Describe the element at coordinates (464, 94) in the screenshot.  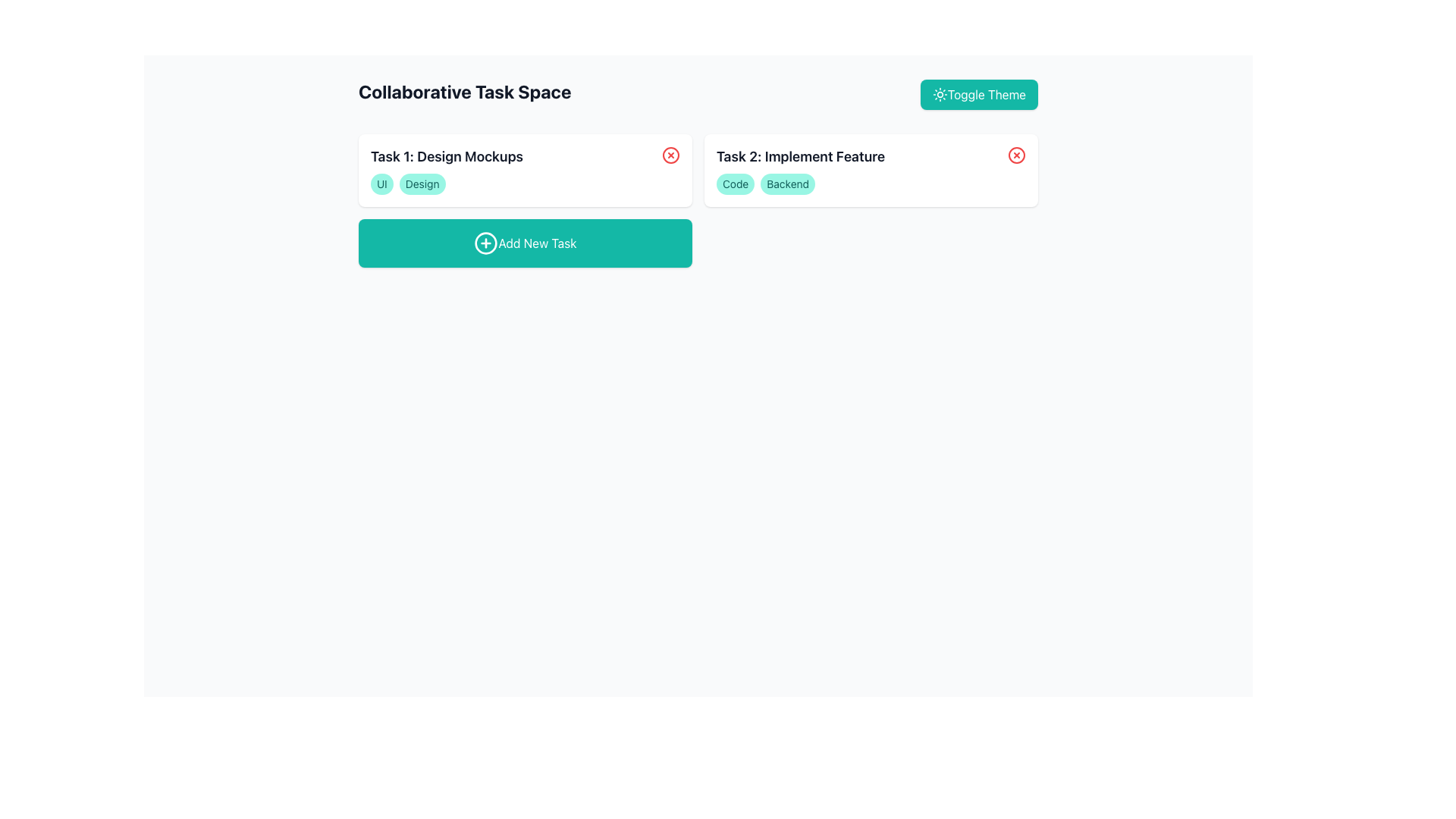
I see `the Header text element, which serves as the title header indicating the main subject or section of the application` at that location.